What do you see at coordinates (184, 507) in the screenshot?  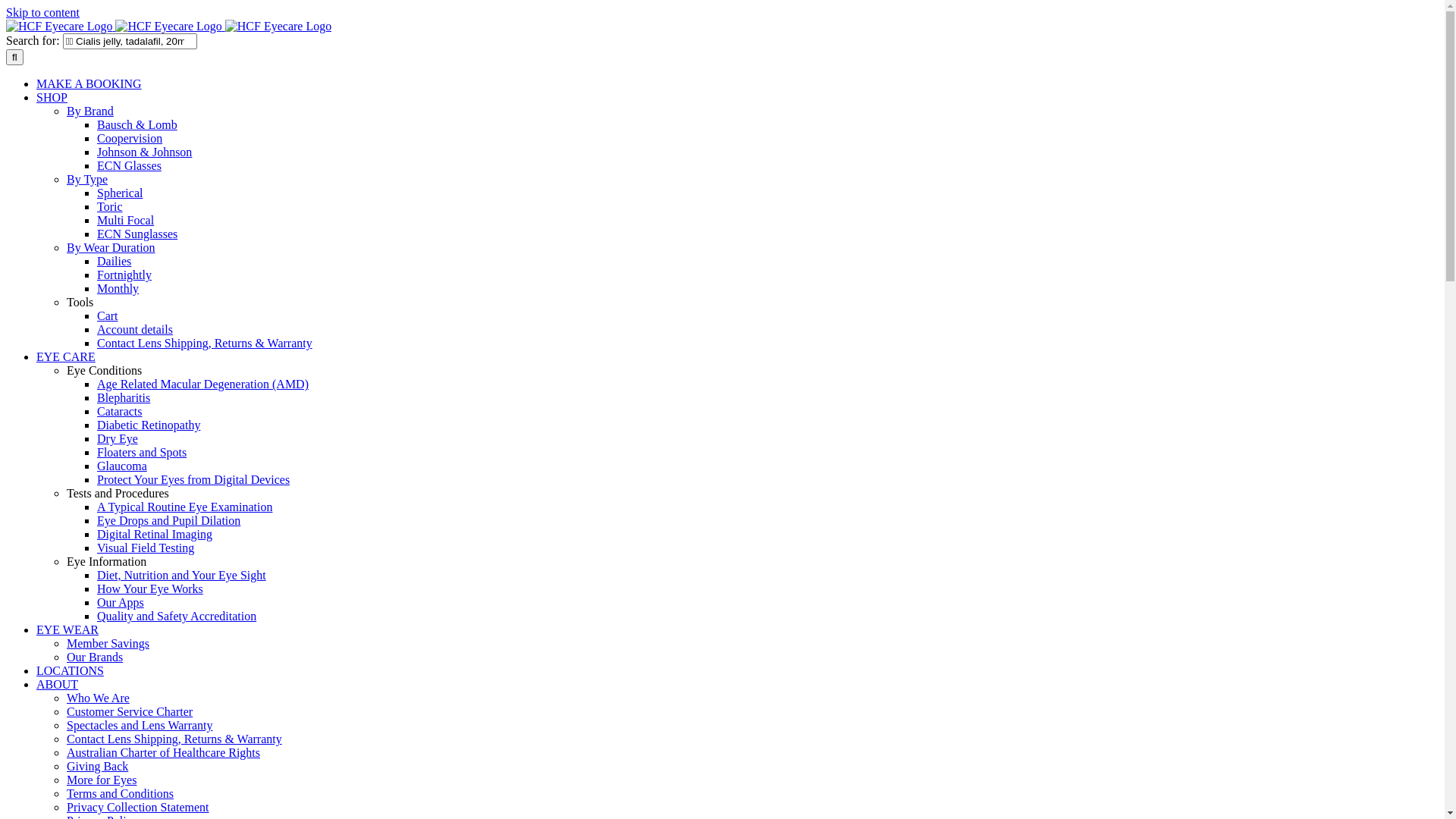 I see `'A Typical Routine Eye Examination'` at bounding box center [184, 507].